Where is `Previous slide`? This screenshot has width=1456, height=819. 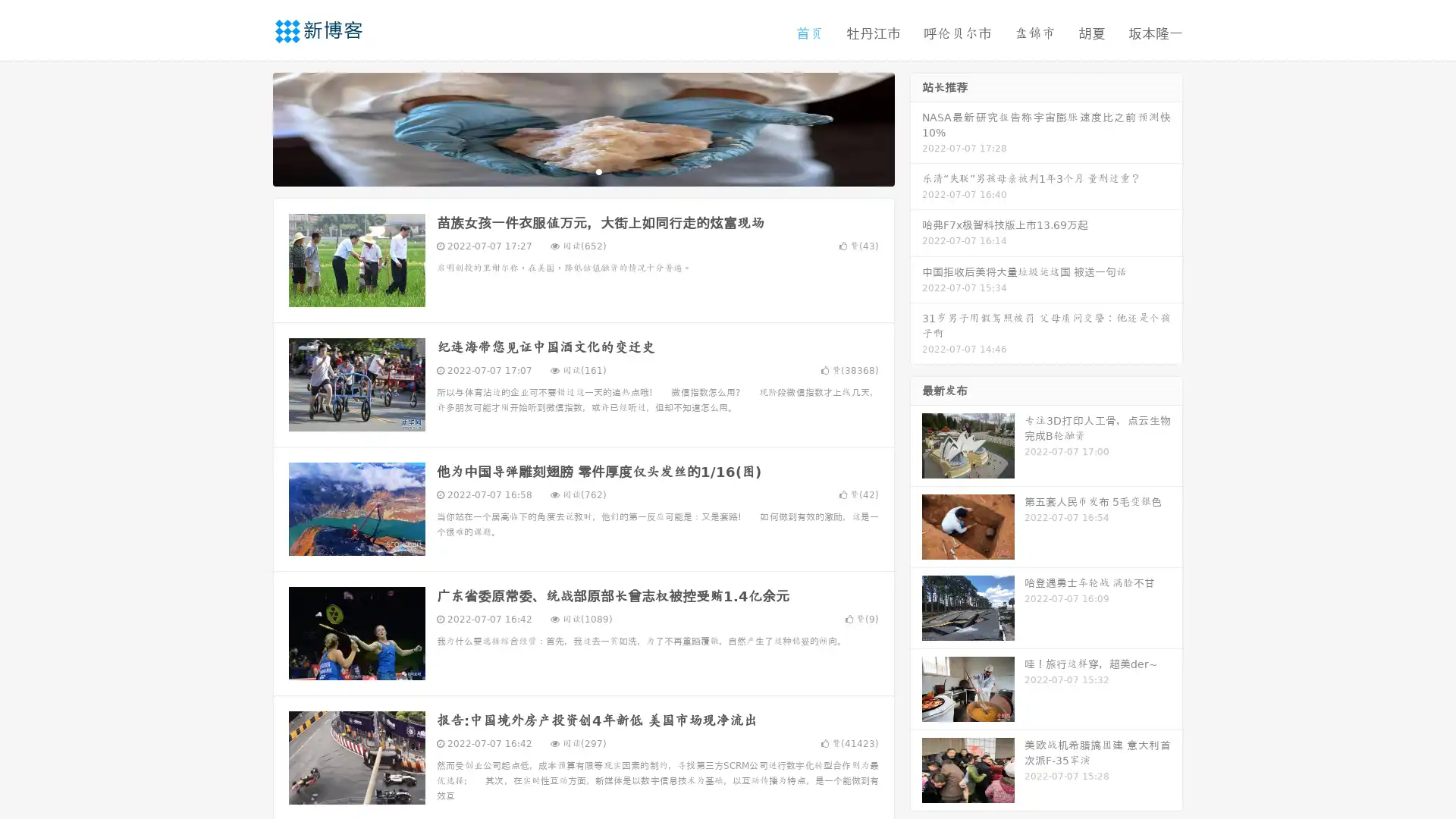
Previous slide is located at coordinates (250, 127).